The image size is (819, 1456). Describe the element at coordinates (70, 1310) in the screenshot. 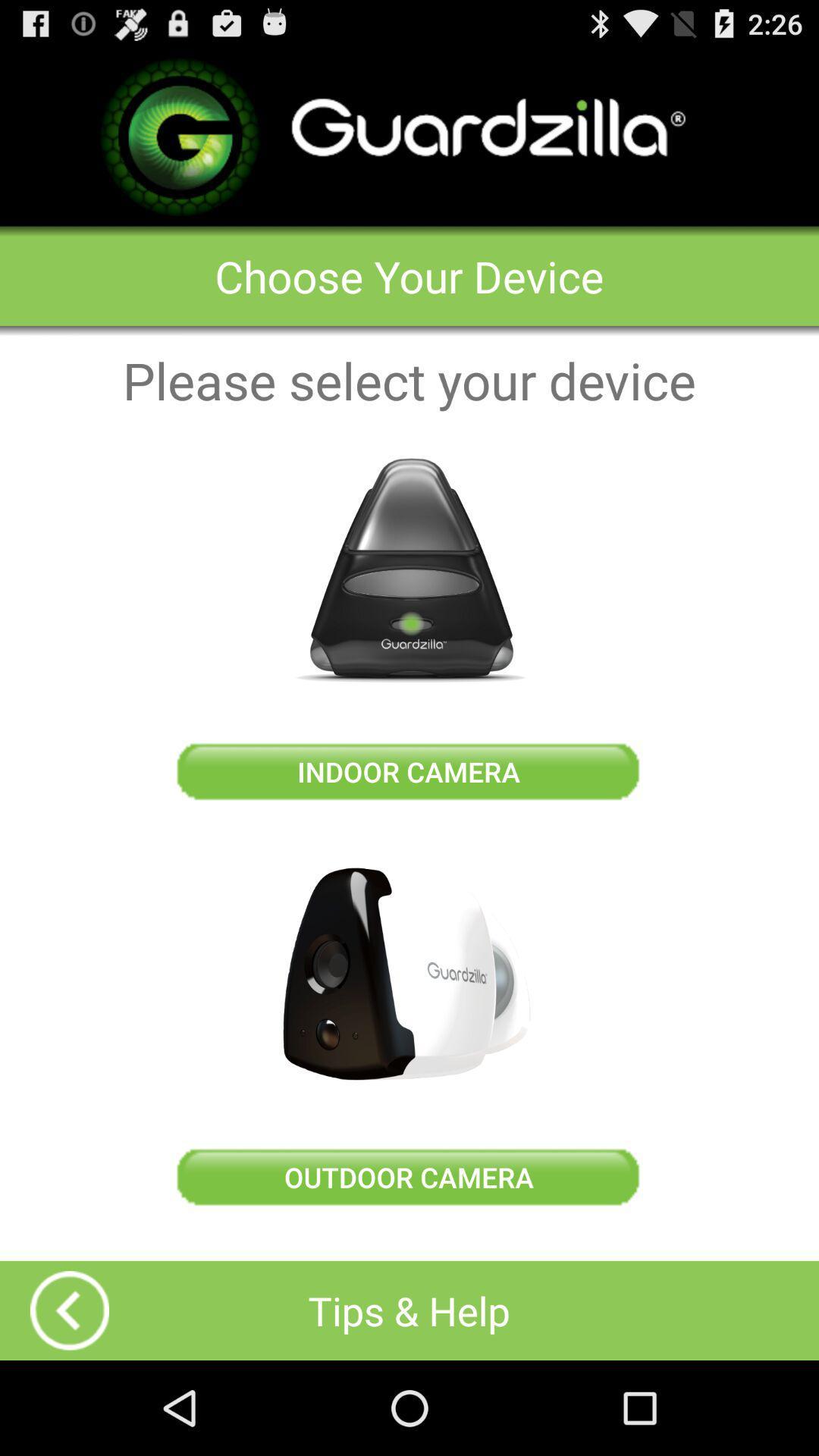

I see `show video` at that location.